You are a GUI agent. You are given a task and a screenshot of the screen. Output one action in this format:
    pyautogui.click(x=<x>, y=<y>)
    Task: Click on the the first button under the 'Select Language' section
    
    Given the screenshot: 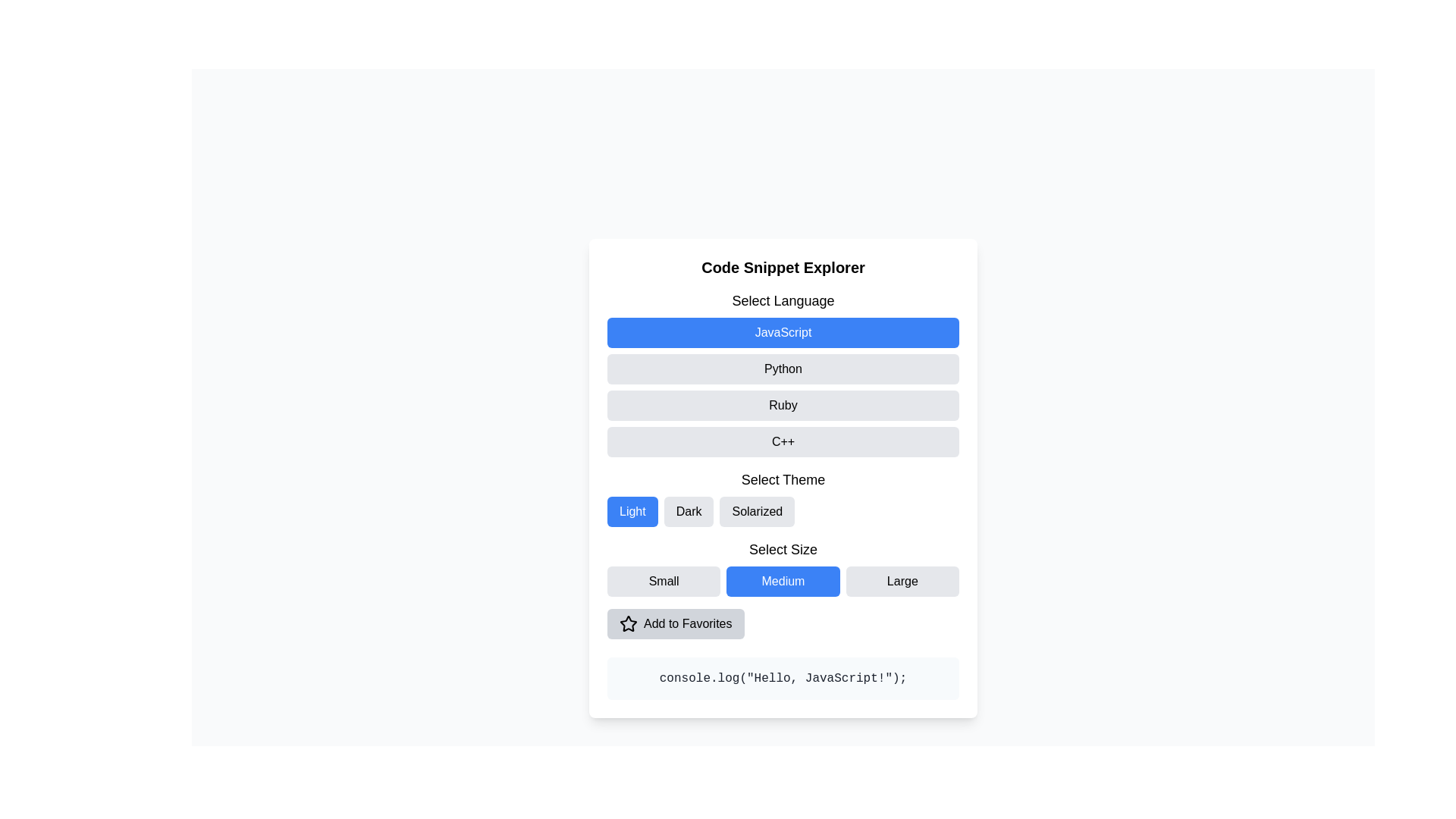 What is the action you would take?
    pyautogui.click(x=783, y=332)
    